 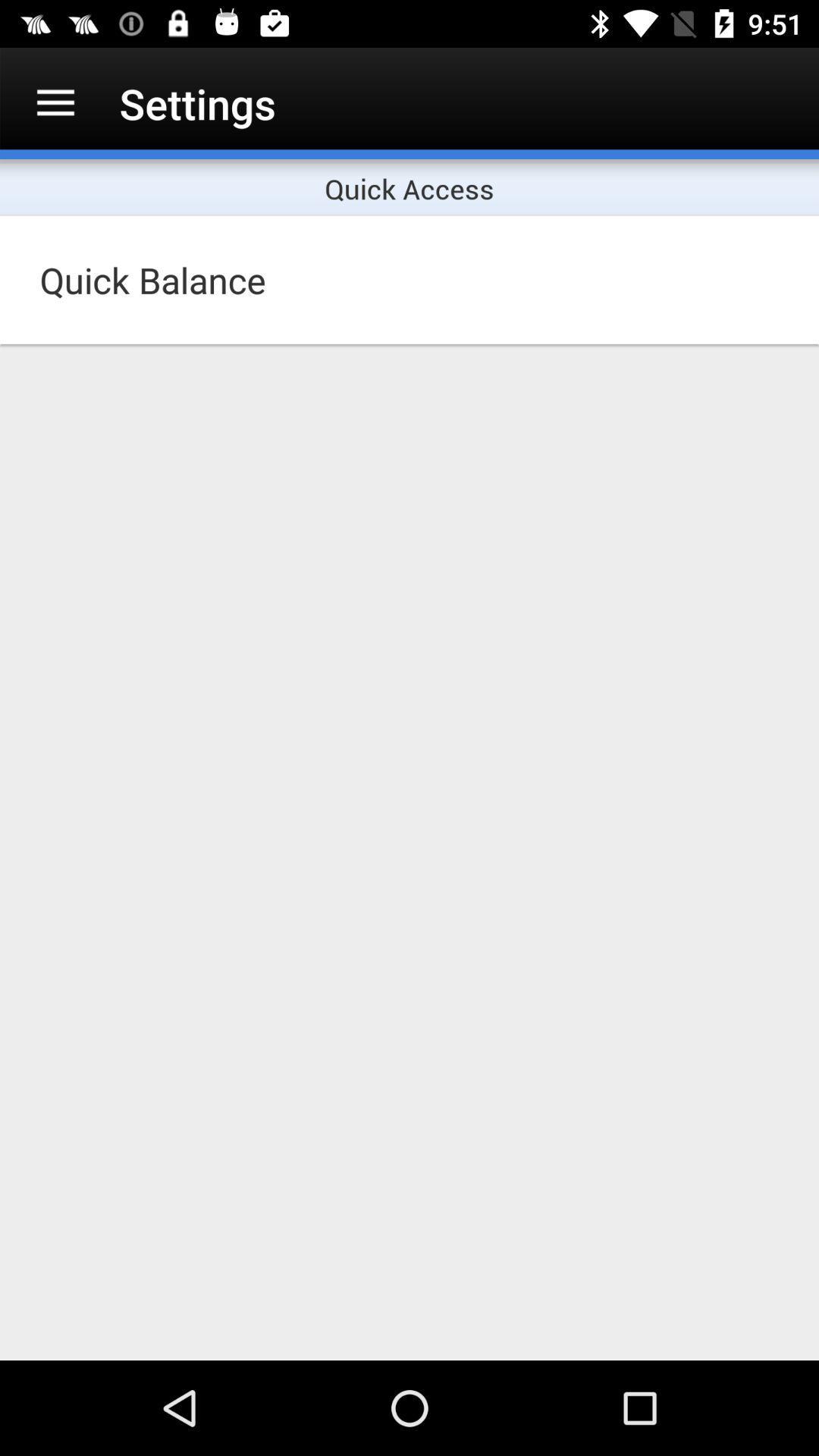 What do you see at coordinates (55, 102) in the screenshot?
I see `icon to the left of settings app` at bounding box center [55, 102].